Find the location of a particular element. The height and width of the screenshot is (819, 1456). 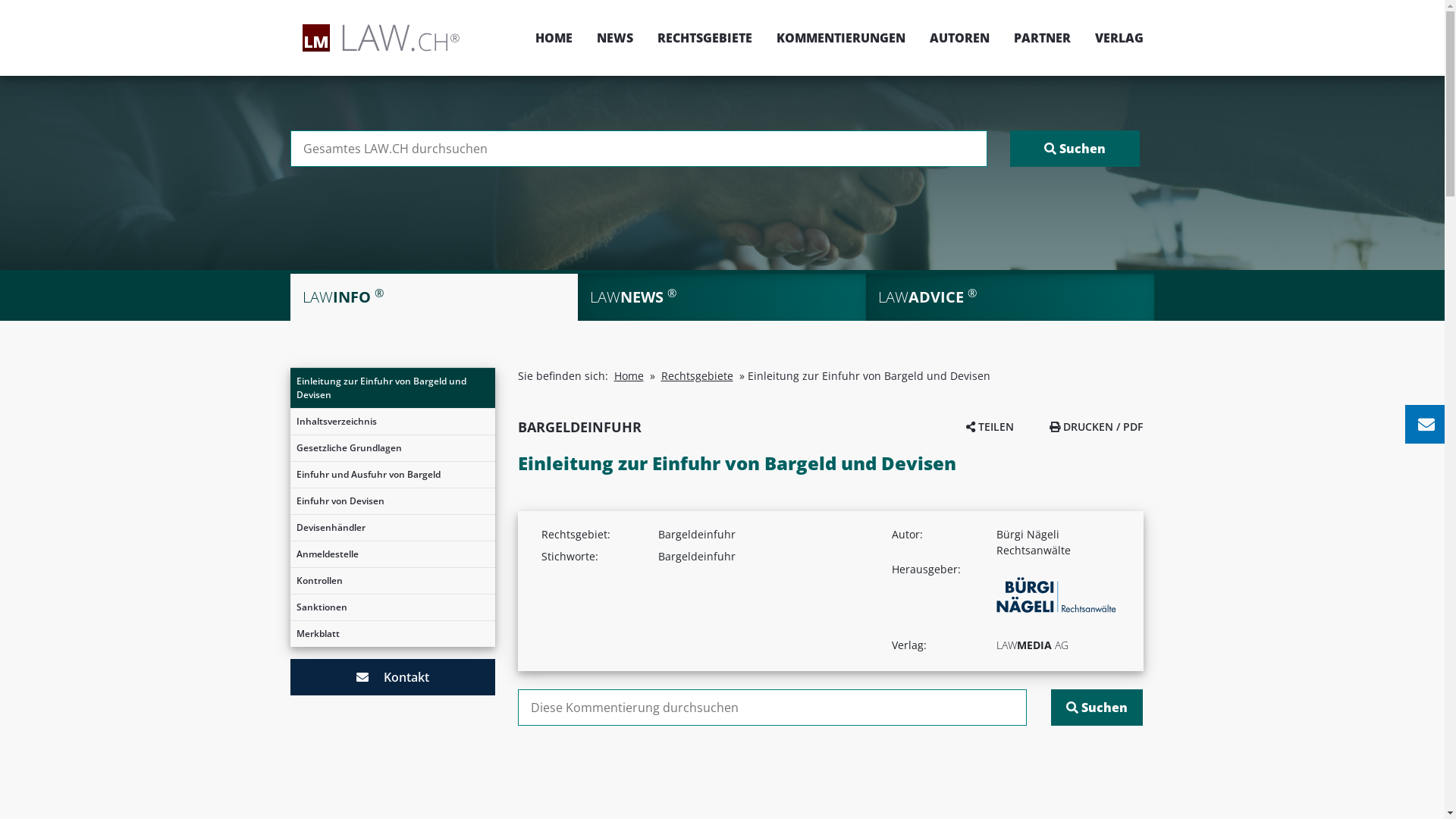

'Inhaltsverzeichnis' is located at coordinates (290, 421).